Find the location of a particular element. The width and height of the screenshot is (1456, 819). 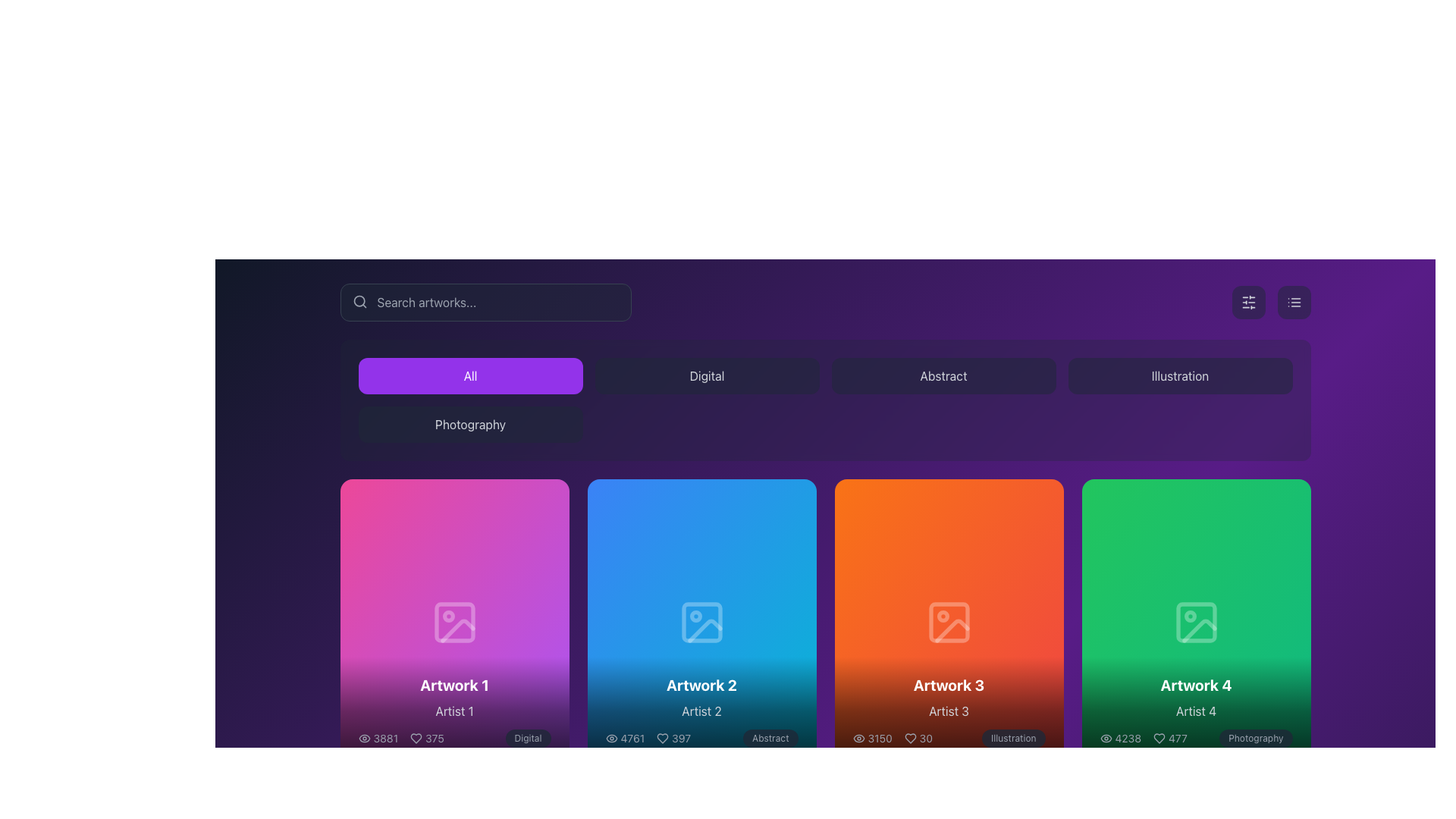

the heart-shaped icon located at the center of the fourth artwork card titled 'Artwork 4' by 'Artist 4' to like or favorite the associated item is located at coordinates (1159, 737).